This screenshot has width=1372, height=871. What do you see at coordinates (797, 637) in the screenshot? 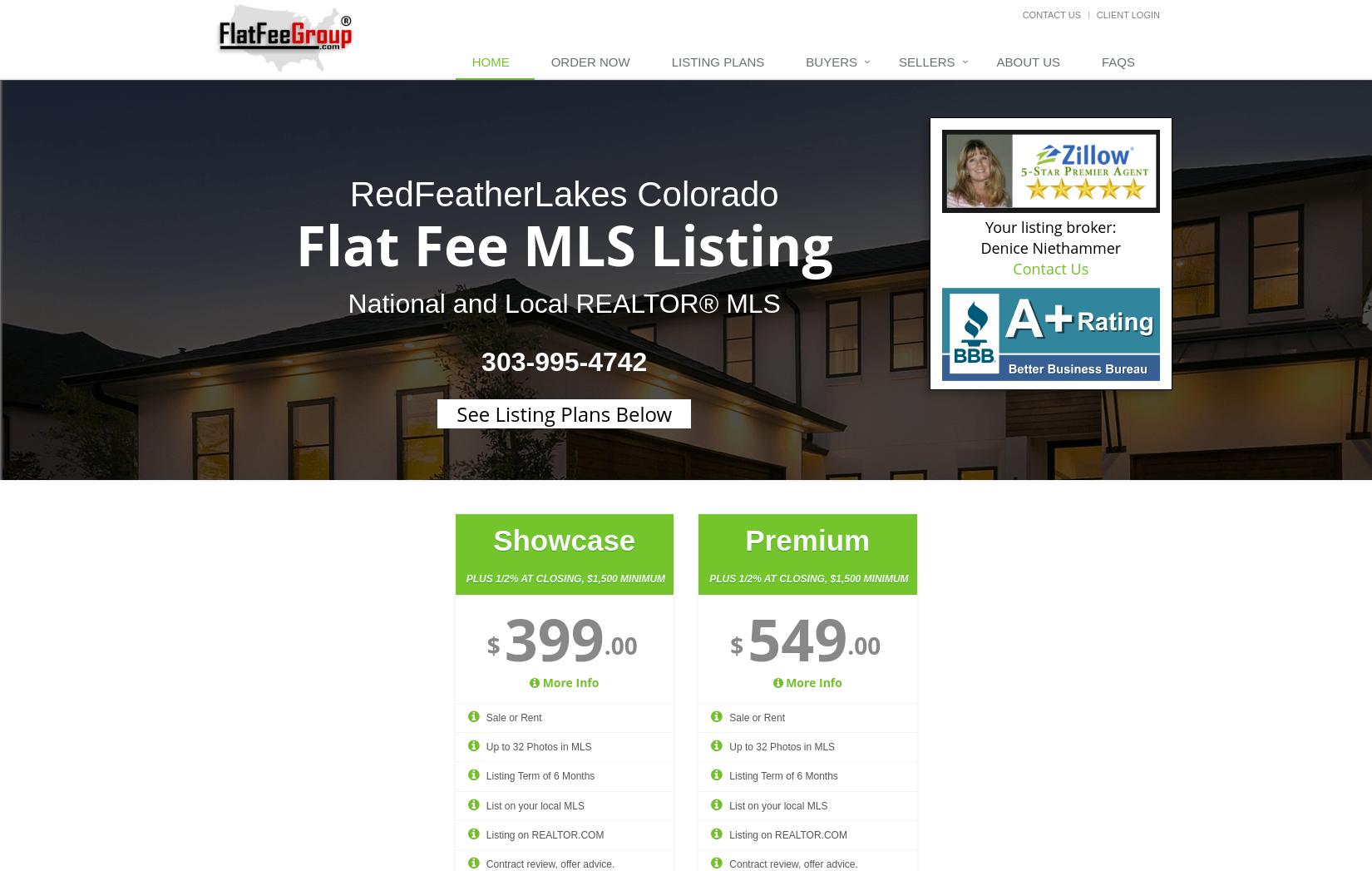
I see `'549'` at bounding box center [797, 637].